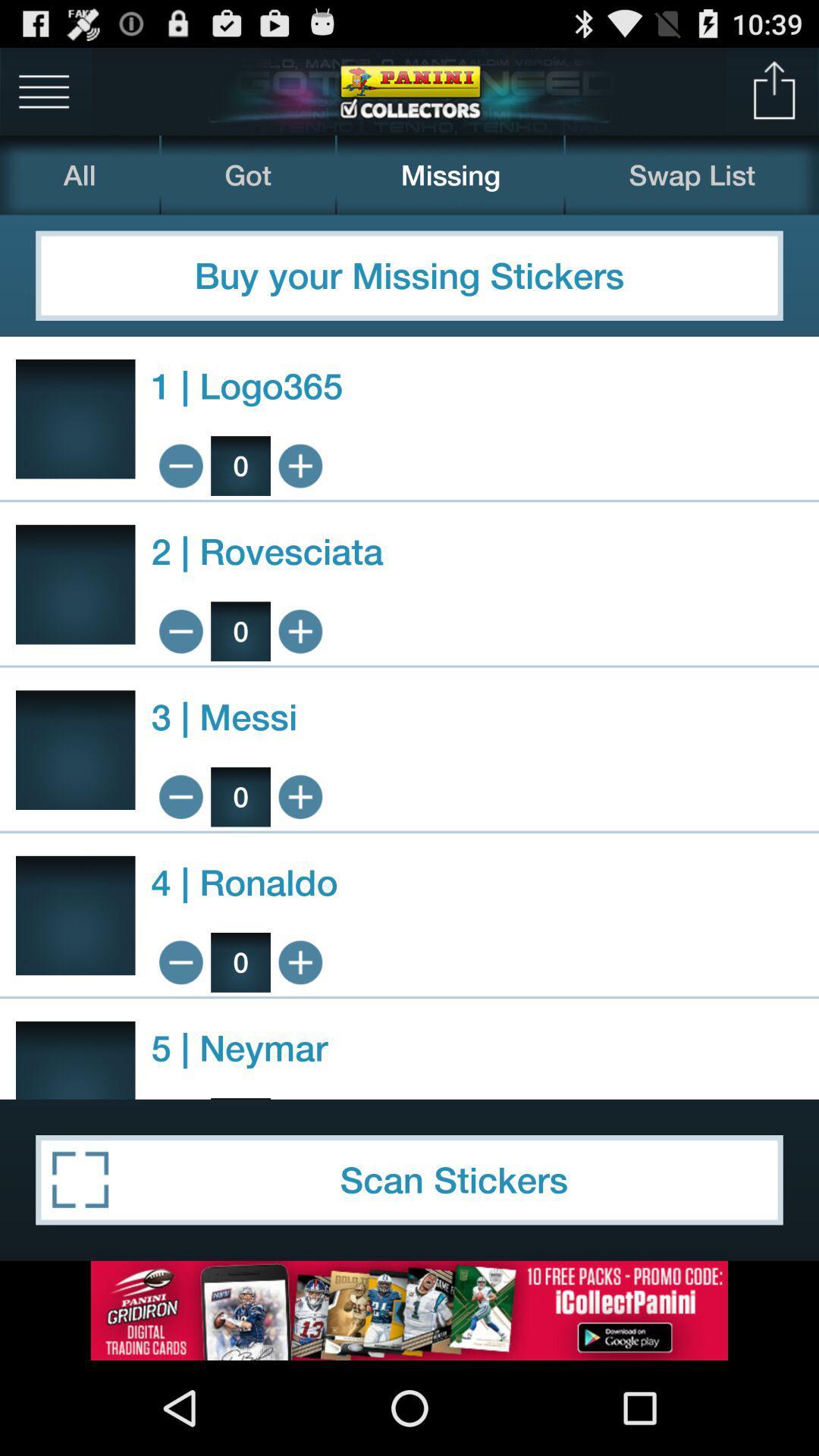 The image size is (819, 1456). Describe the element at coordinates (300, 796) in the screenshot. I see `increase button` at that location.